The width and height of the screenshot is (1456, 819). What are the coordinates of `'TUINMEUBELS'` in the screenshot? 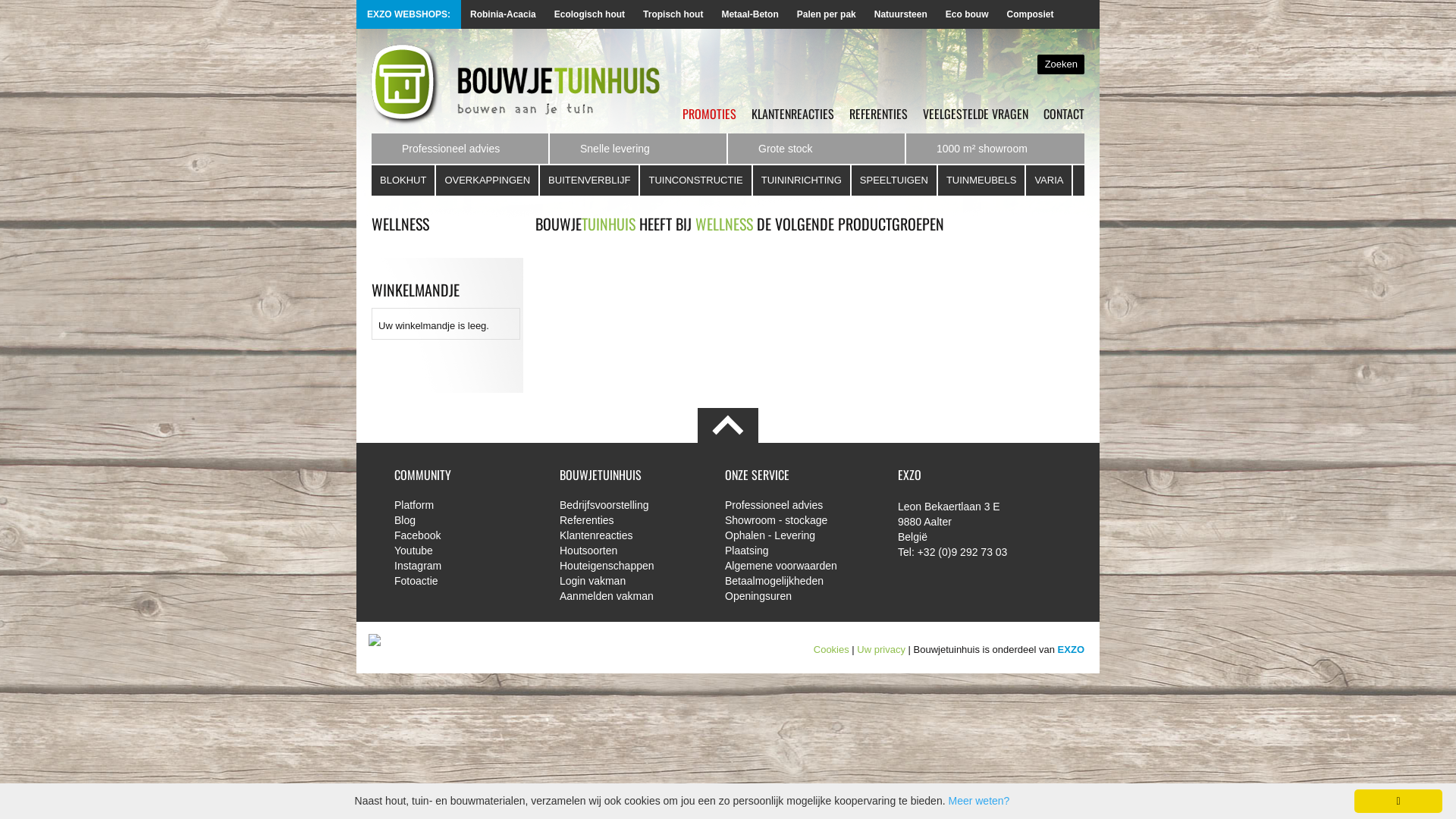 It's located at (982, 180).